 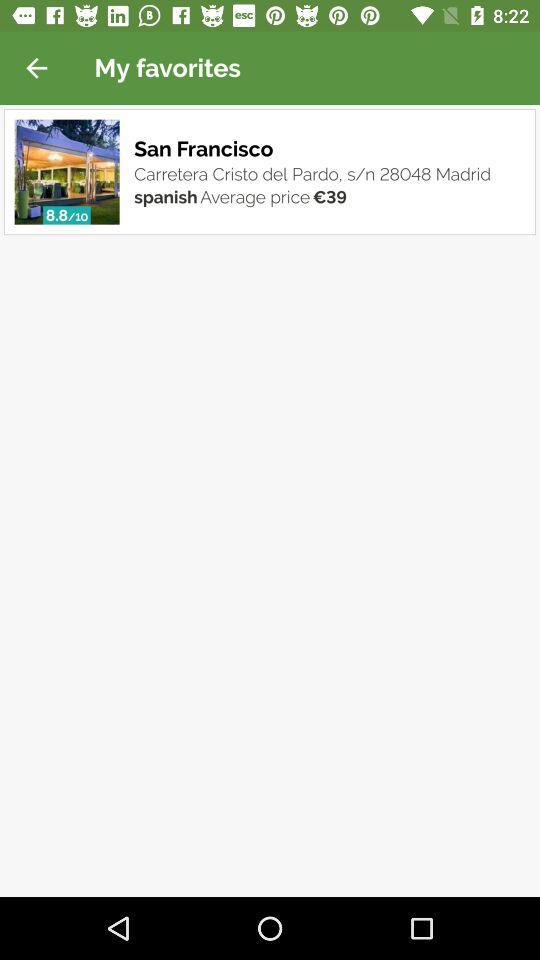 I want to click on icon to the left of my favorites item, so click(x=36, y=68).